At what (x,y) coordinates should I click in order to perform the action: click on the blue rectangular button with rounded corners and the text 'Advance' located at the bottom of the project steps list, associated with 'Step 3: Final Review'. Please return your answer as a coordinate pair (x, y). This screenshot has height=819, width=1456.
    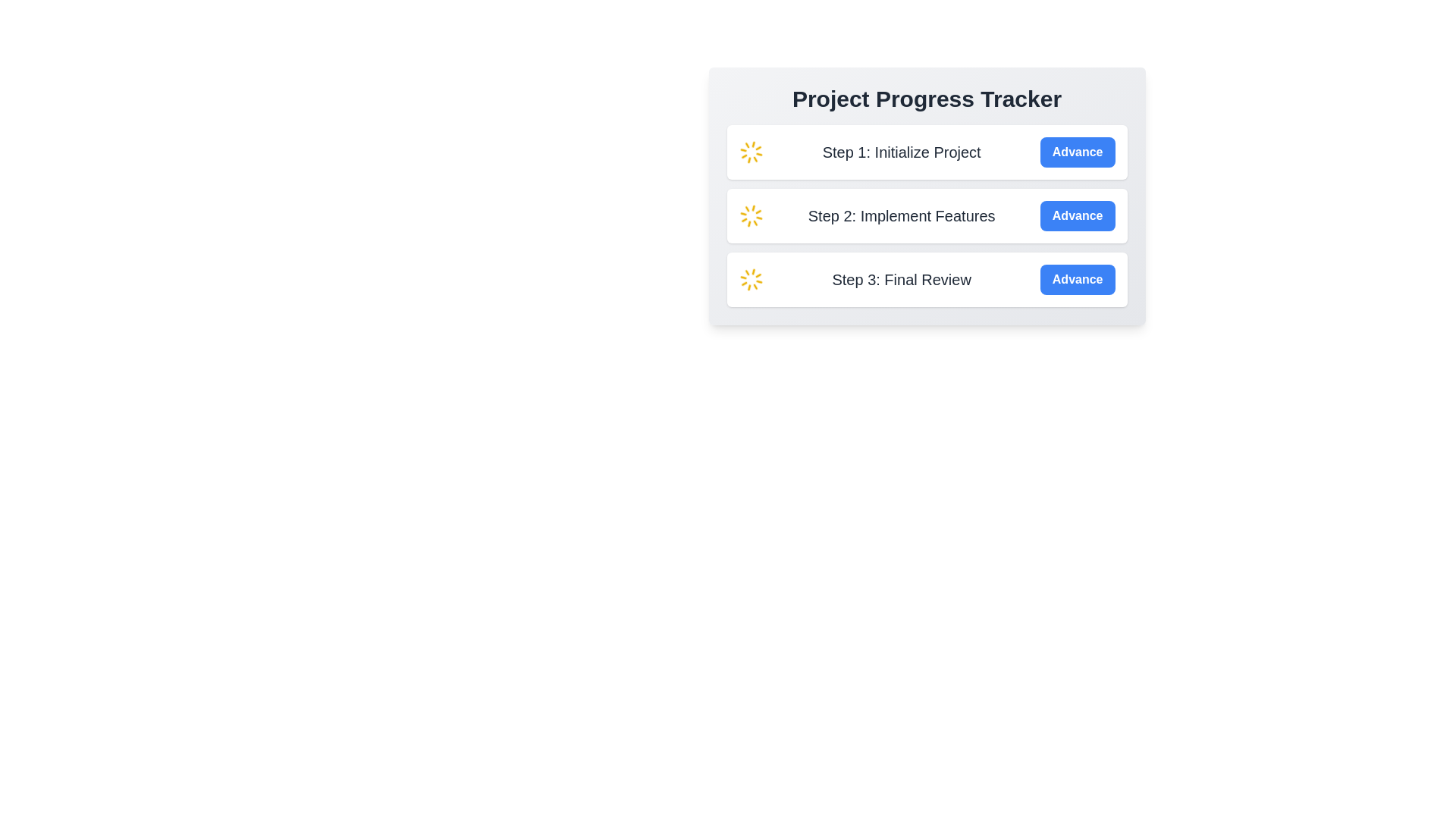
    Looking at the image, I should click on (1076, 280).